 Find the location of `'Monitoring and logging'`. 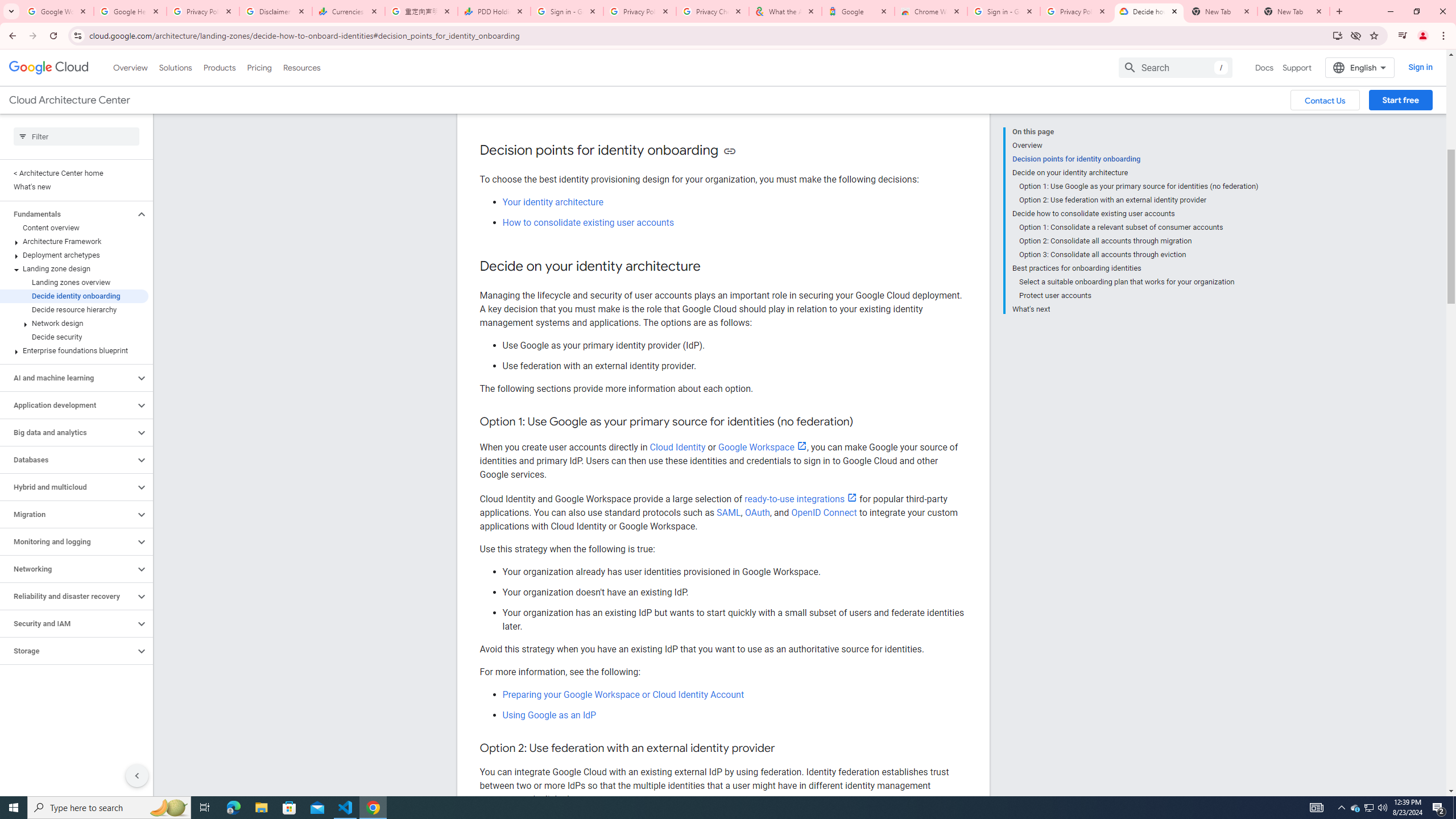

'Monitoring and logging' is located at coordinates (67, 541).